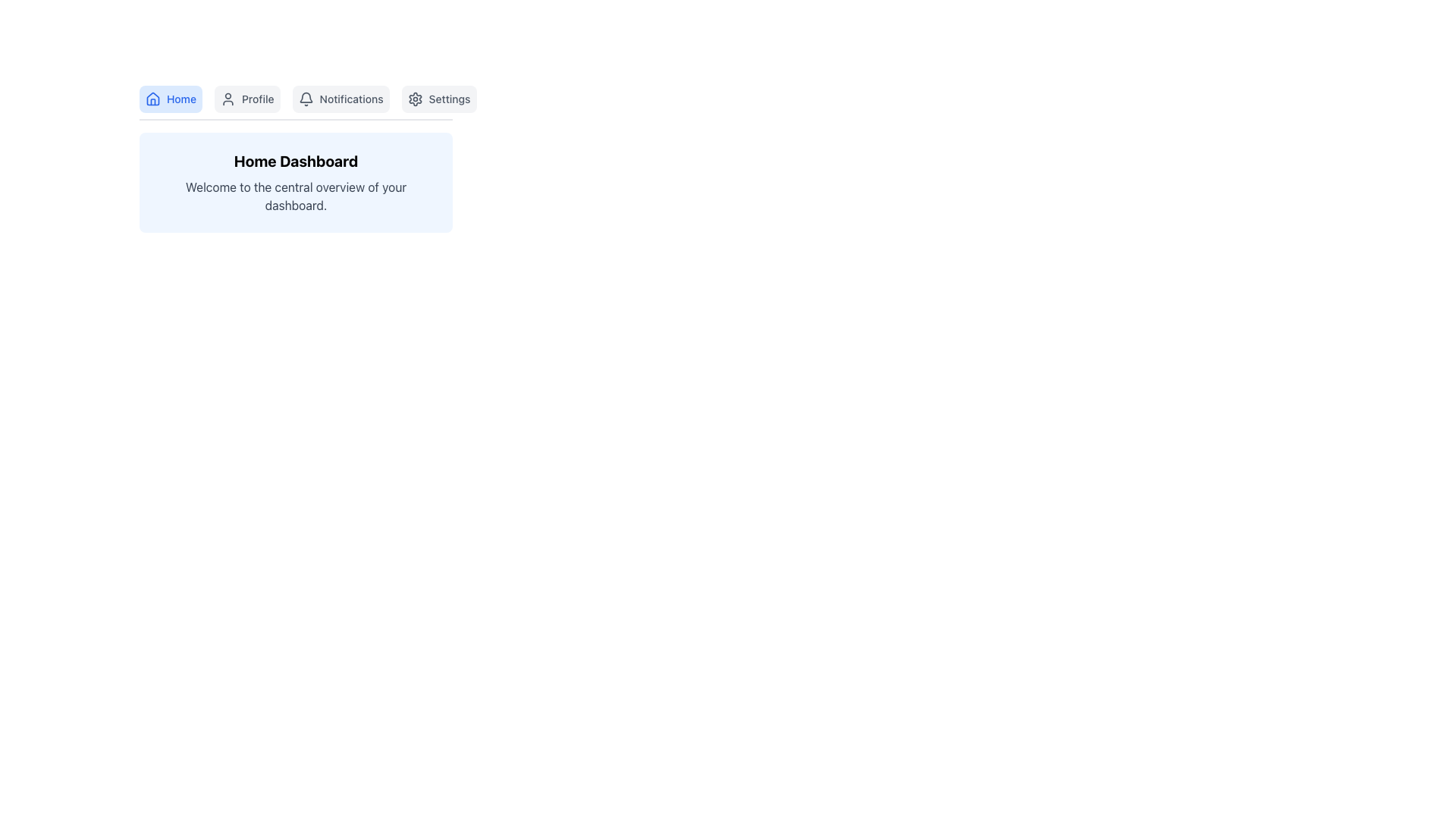 Image resolution: width=1456 pixels, height=819 pixels. I want to click on the house icon in the navigation bar, which features a minimalistic outline of a house with a triangular roof and supporting walls, specifically the button labeled 'Home', so click(152, 99).